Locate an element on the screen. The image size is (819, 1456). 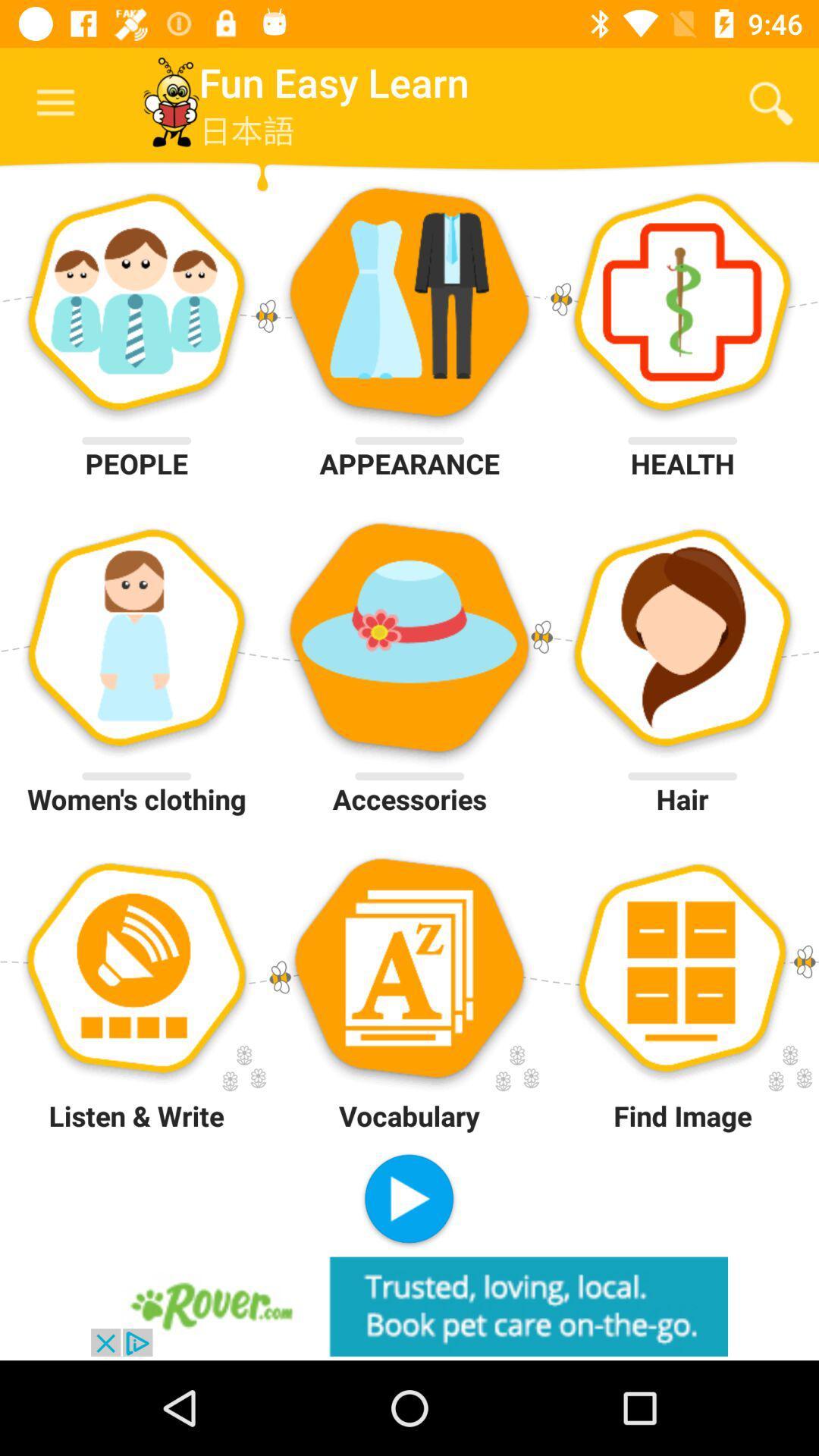
icon to the right of the fun easy learn item is located at coordinates (771, 102).